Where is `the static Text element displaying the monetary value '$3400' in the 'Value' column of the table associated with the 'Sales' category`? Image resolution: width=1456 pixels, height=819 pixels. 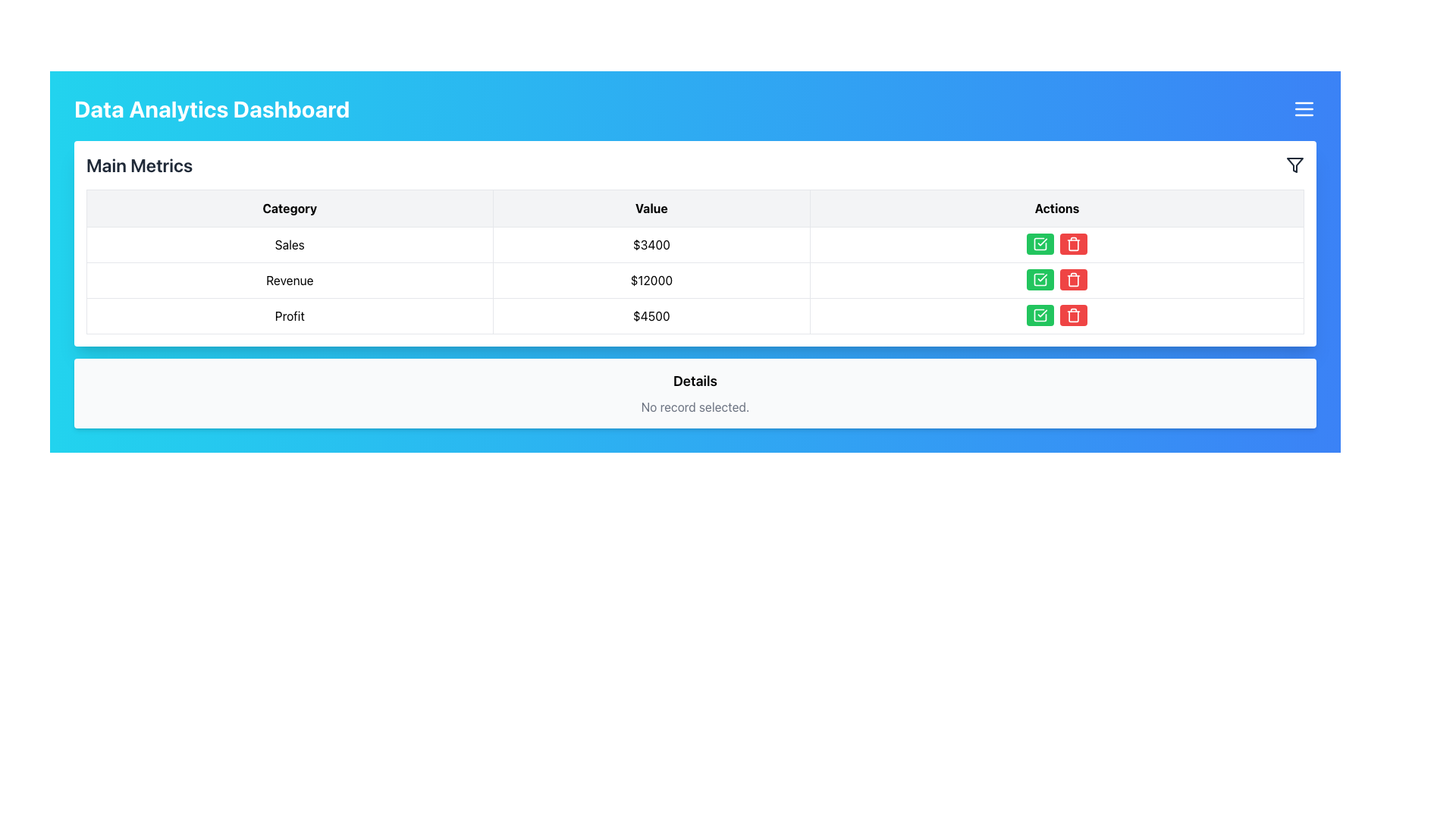
the static Text element displaying the monetary value '$3400' in the 'Value' column of the table associated with the 'Sales' category is located at coordinates (651, 244).